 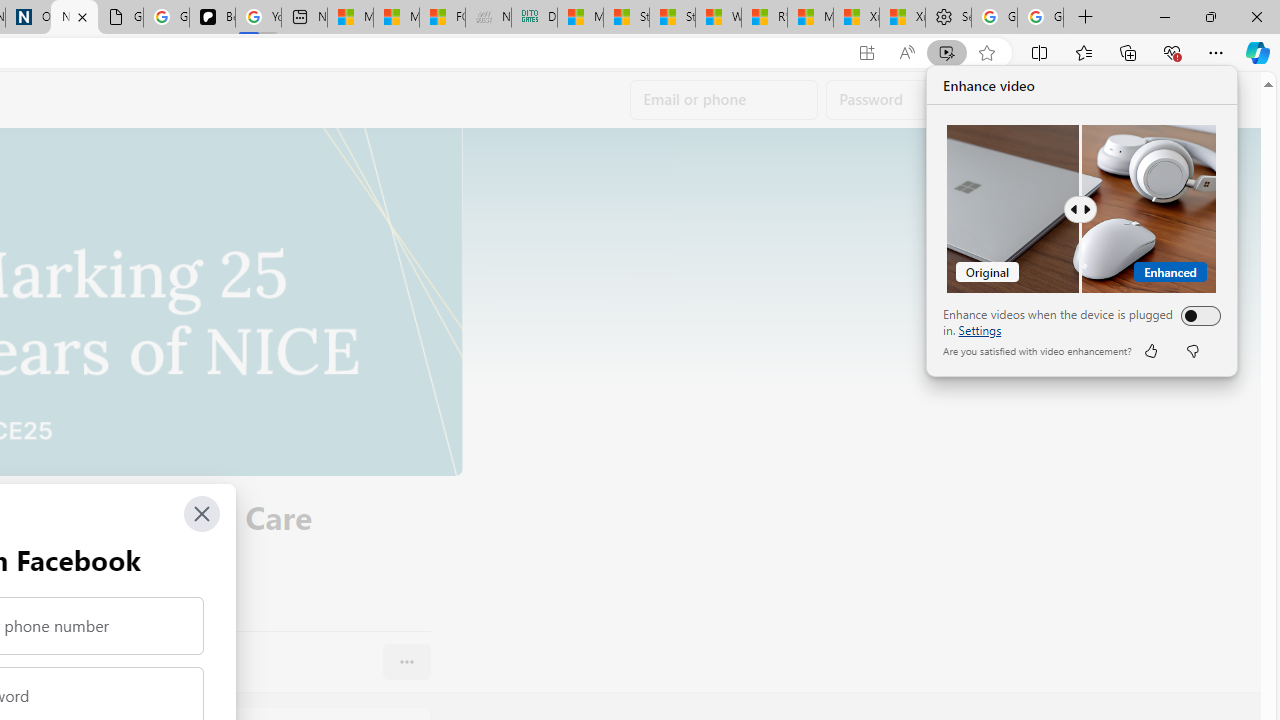 I want to click on 'Settings', so click(x=979, y=329).